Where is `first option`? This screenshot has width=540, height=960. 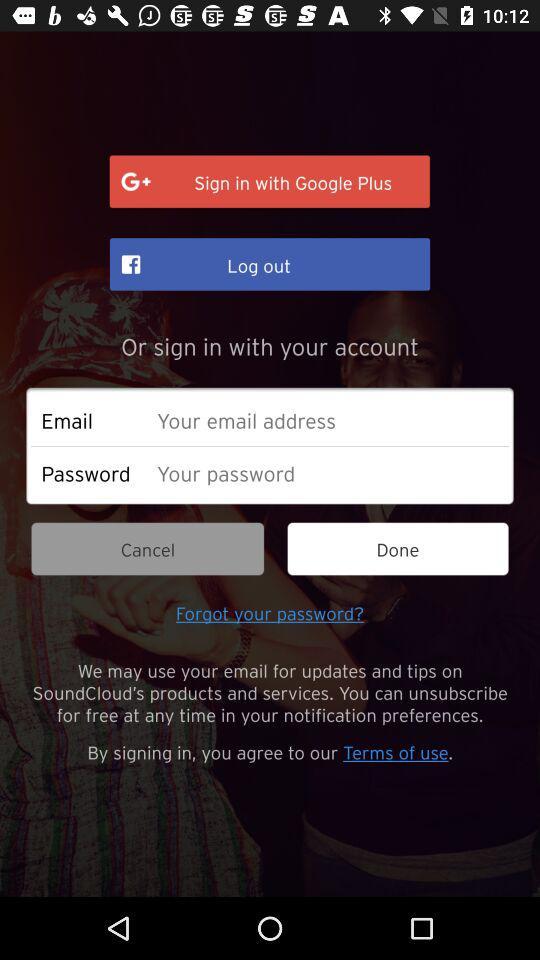
first option is located at coordinates (270, 182).